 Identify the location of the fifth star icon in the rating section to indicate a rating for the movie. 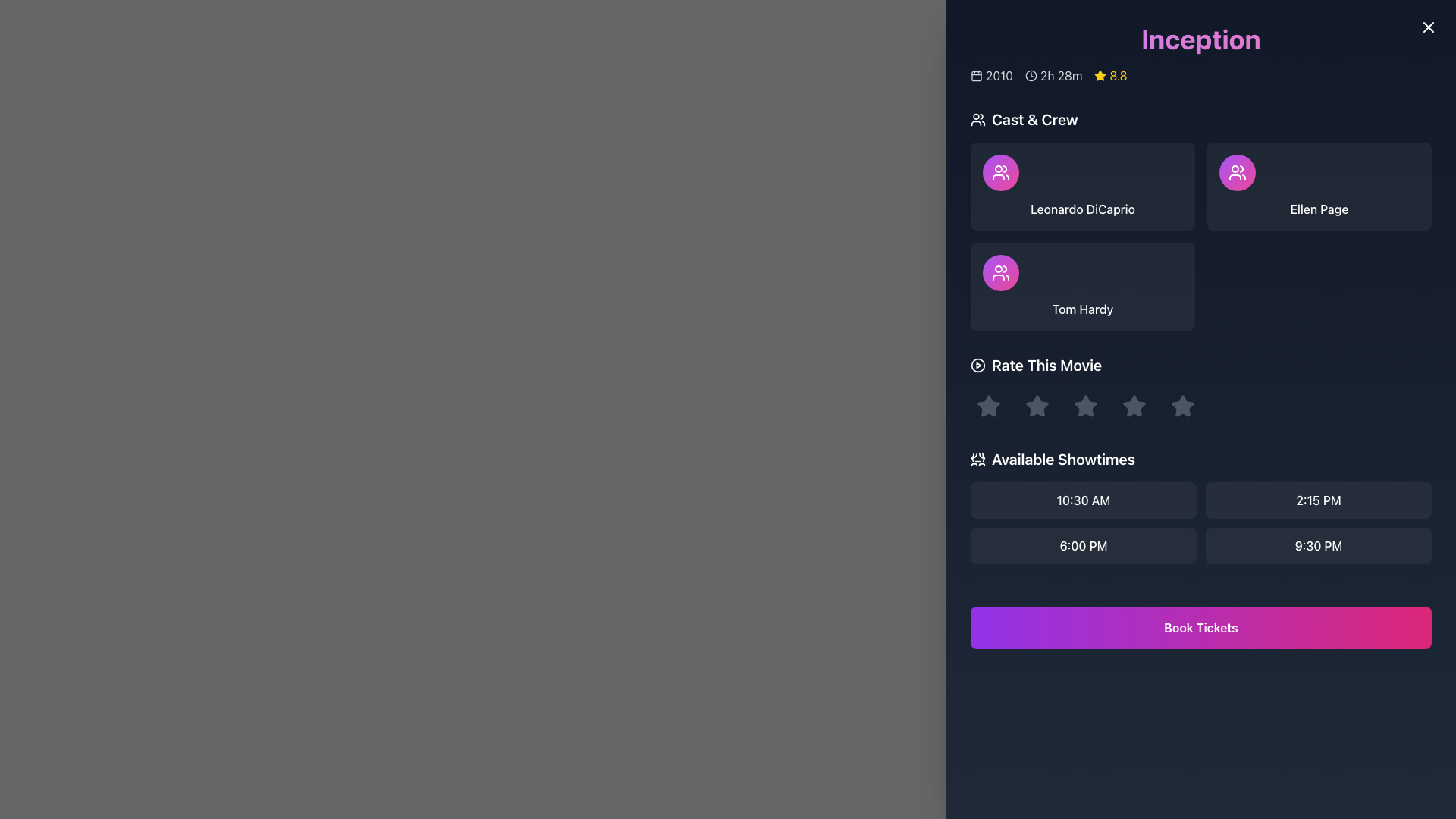
(1182, 406).